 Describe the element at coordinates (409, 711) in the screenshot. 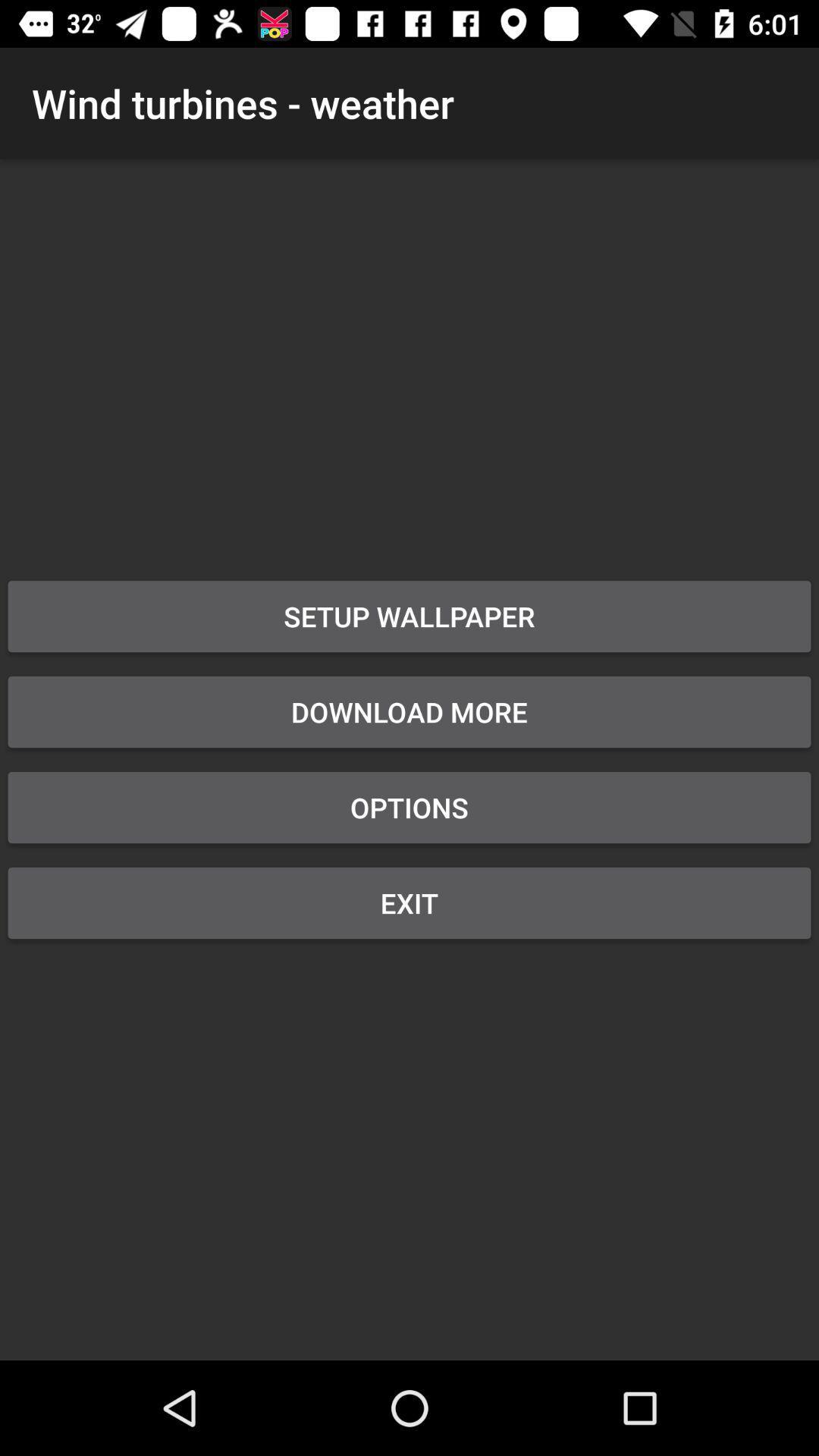

I see `the download more button` at that location.